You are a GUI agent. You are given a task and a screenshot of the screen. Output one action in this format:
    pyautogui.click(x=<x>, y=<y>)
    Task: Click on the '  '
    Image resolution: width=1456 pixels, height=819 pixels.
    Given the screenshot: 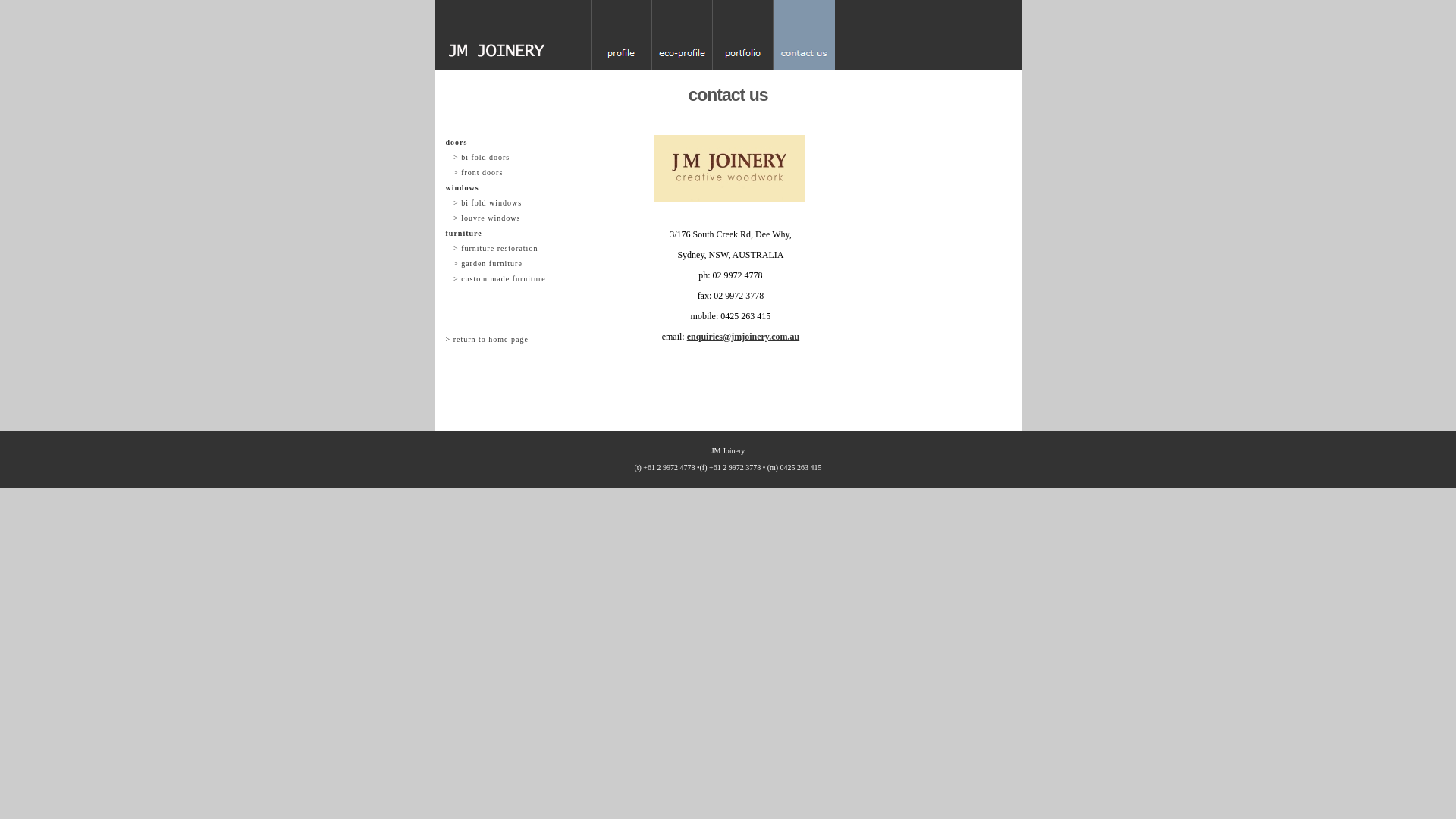 What is the action you would take?
    pyautogui.click(x=432, y=309)
    